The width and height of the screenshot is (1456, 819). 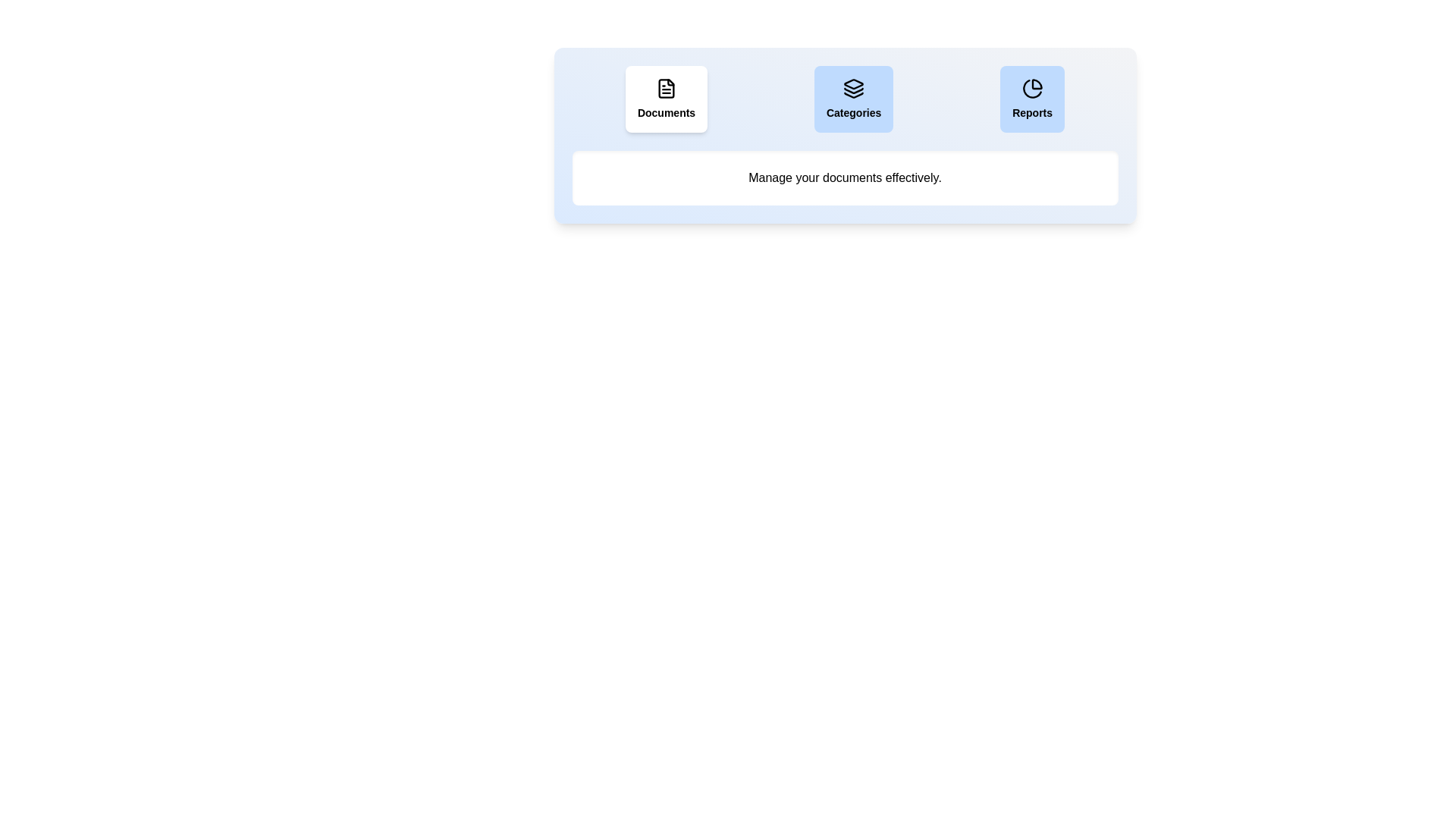 I want to click on the Documents tab to observe visual feedback, so click(x=666, y=99).